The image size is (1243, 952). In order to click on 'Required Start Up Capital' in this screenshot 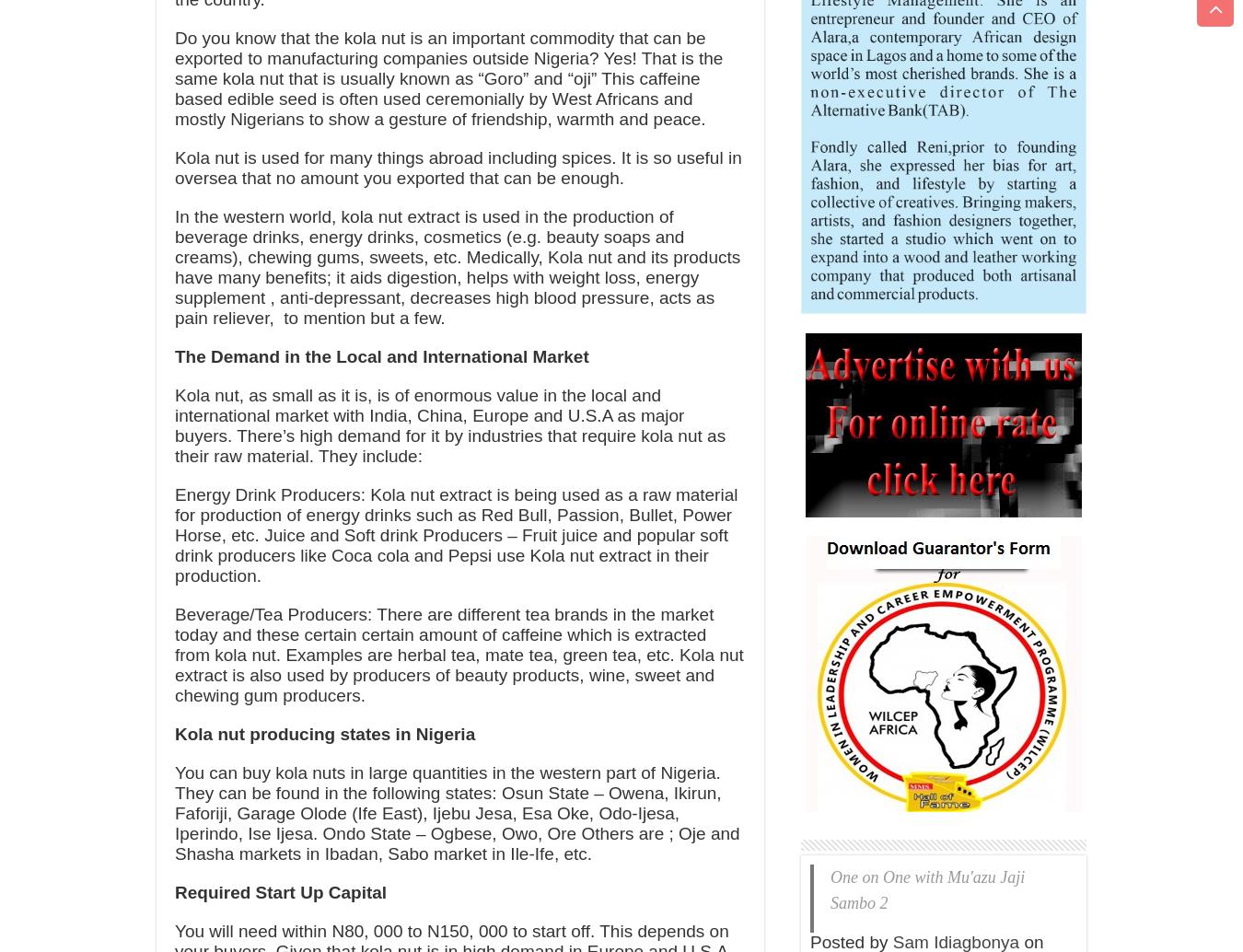, I will do `click(174, 891)`.